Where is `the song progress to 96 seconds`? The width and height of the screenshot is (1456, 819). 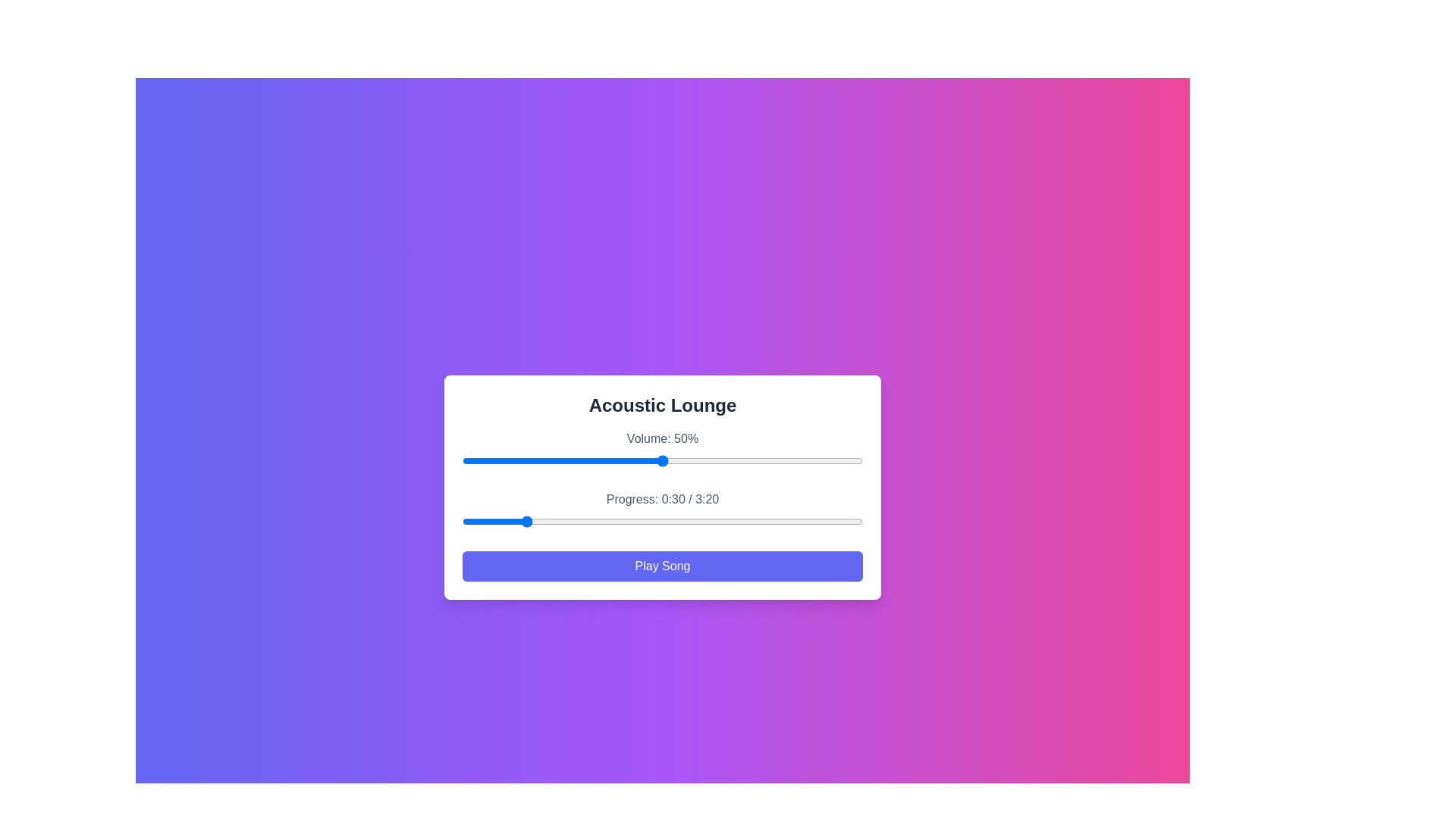
the song progress to 96 seconds is located at coordinates (654, 520).